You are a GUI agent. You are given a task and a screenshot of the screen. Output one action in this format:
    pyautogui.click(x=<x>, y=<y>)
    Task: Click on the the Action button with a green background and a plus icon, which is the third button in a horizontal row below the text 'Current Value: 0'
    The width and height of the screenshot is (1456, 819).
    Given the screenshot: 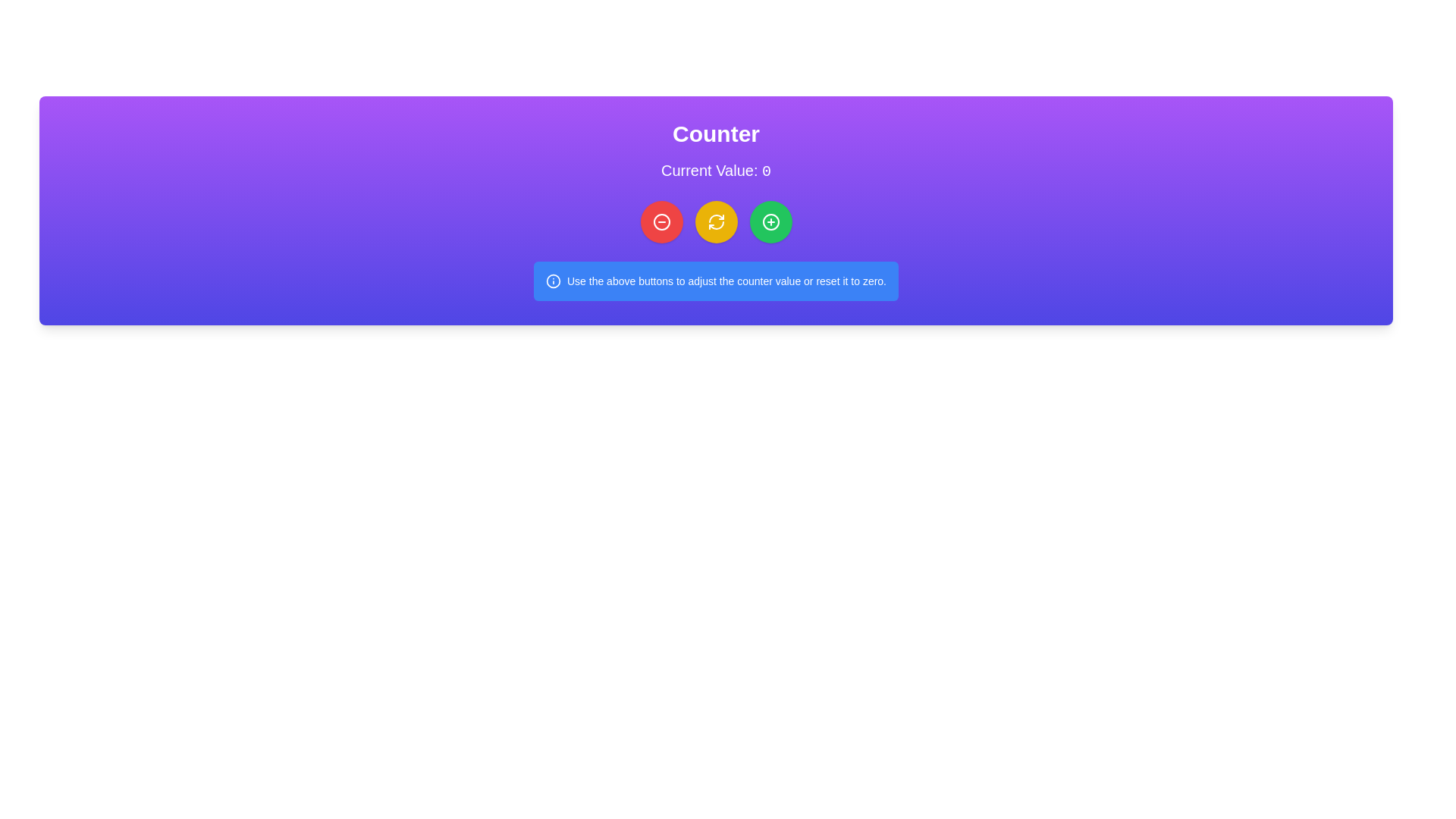 What is the action you would take?
    pyautogui.click(x=770, y=222)
    